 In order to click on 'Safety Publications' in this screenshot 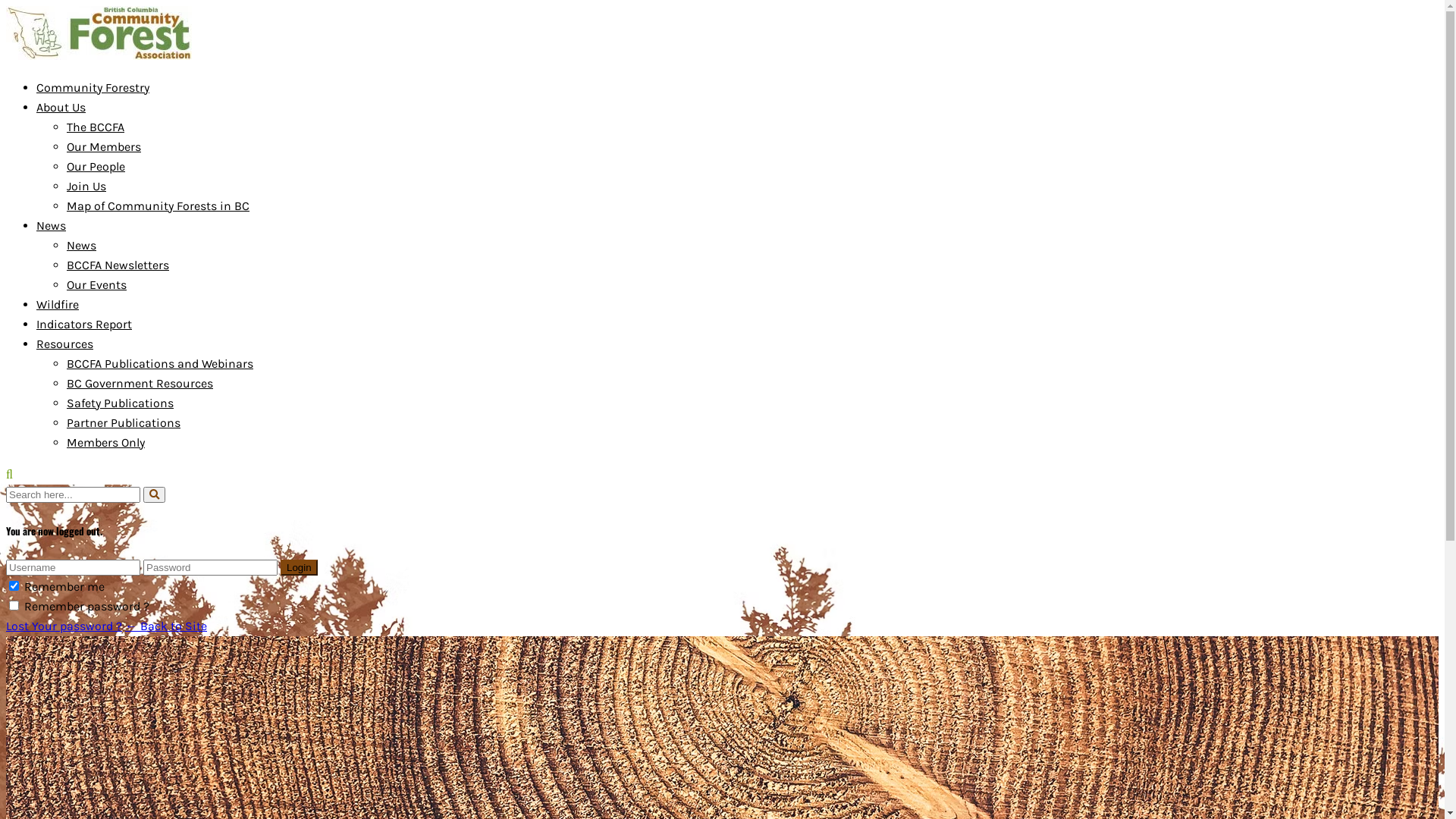, I will do `click(119, 402)`.